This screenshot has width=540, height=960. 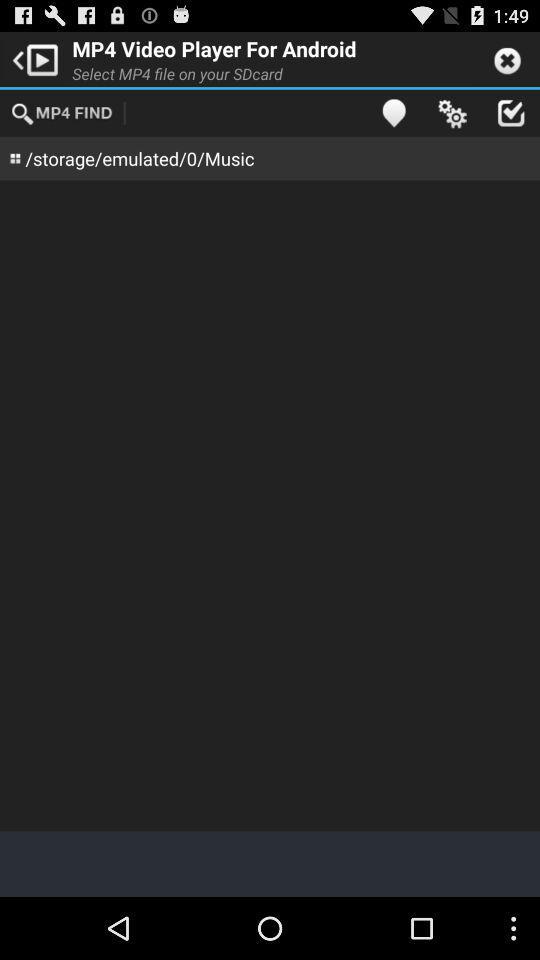 What do you see at coordinates (510, 120) in the screenshot?
I see `the check icon` at bounding box center [510, 120].